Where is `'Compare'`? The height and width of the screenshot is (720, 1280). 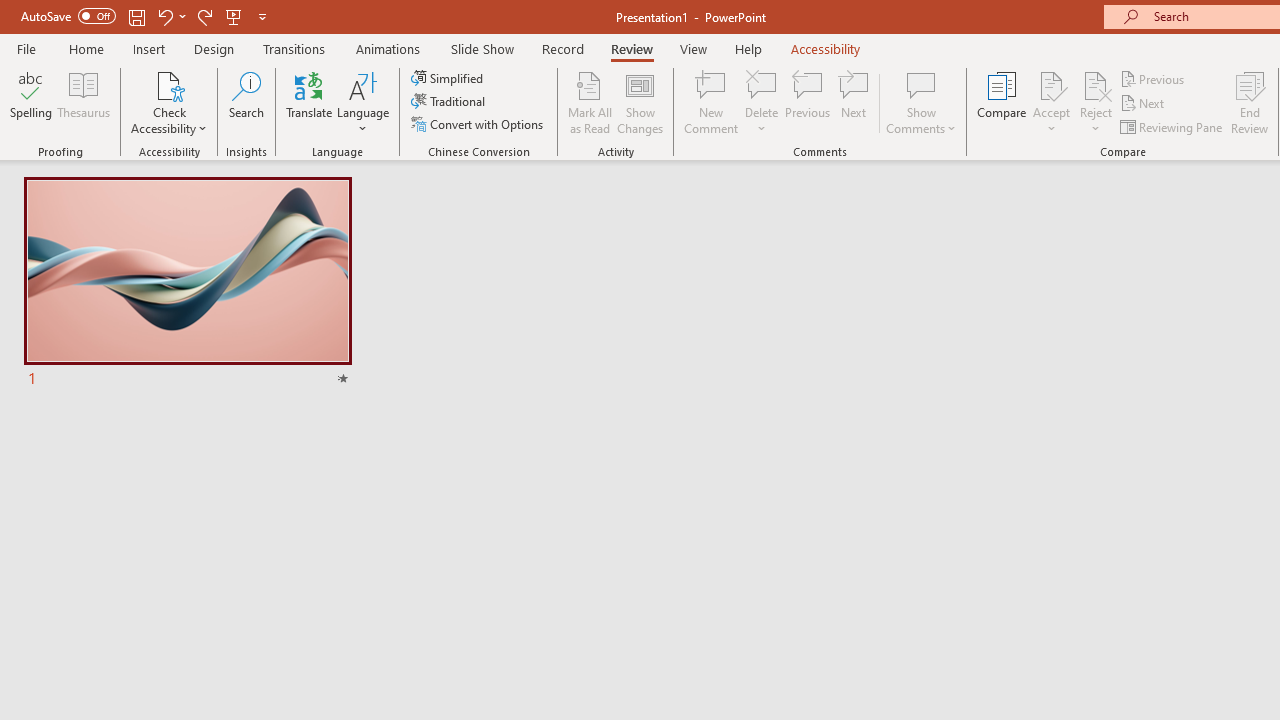 'Compare' is located at coordinates (1002, 103).